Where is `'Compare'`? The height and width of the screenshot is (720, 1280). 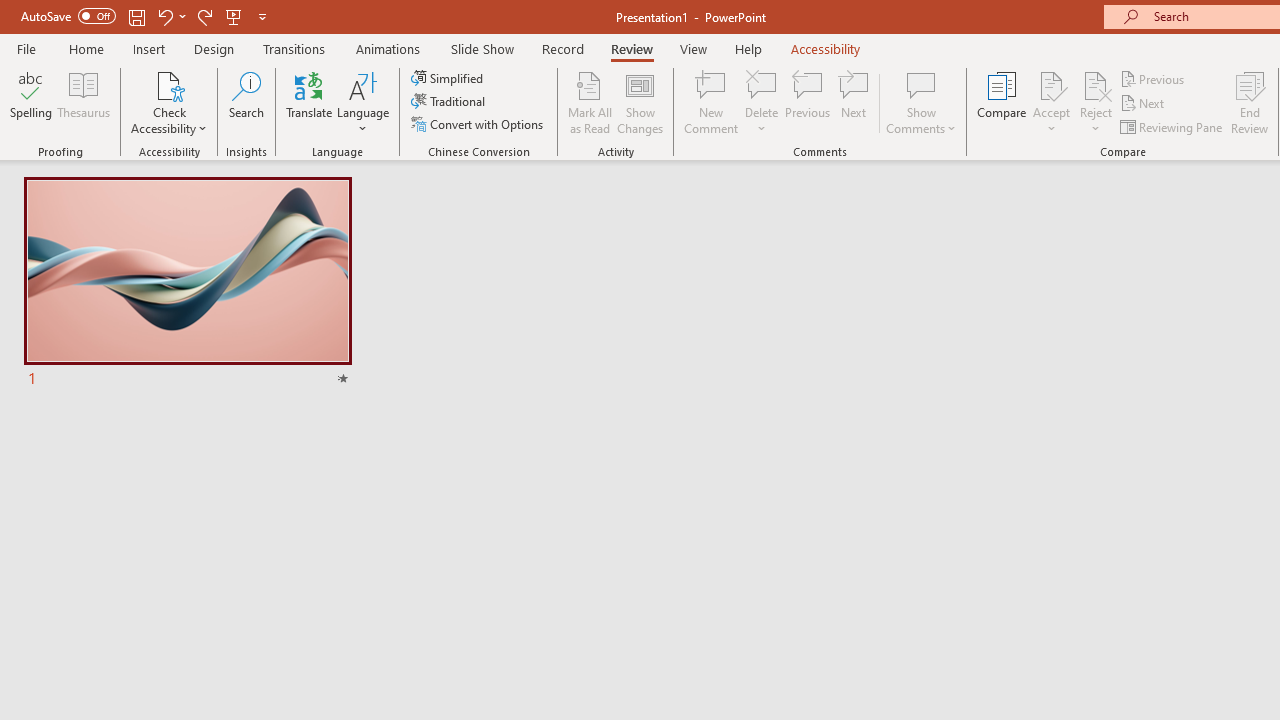 'Compare' is located at coordinates (1002, 103).